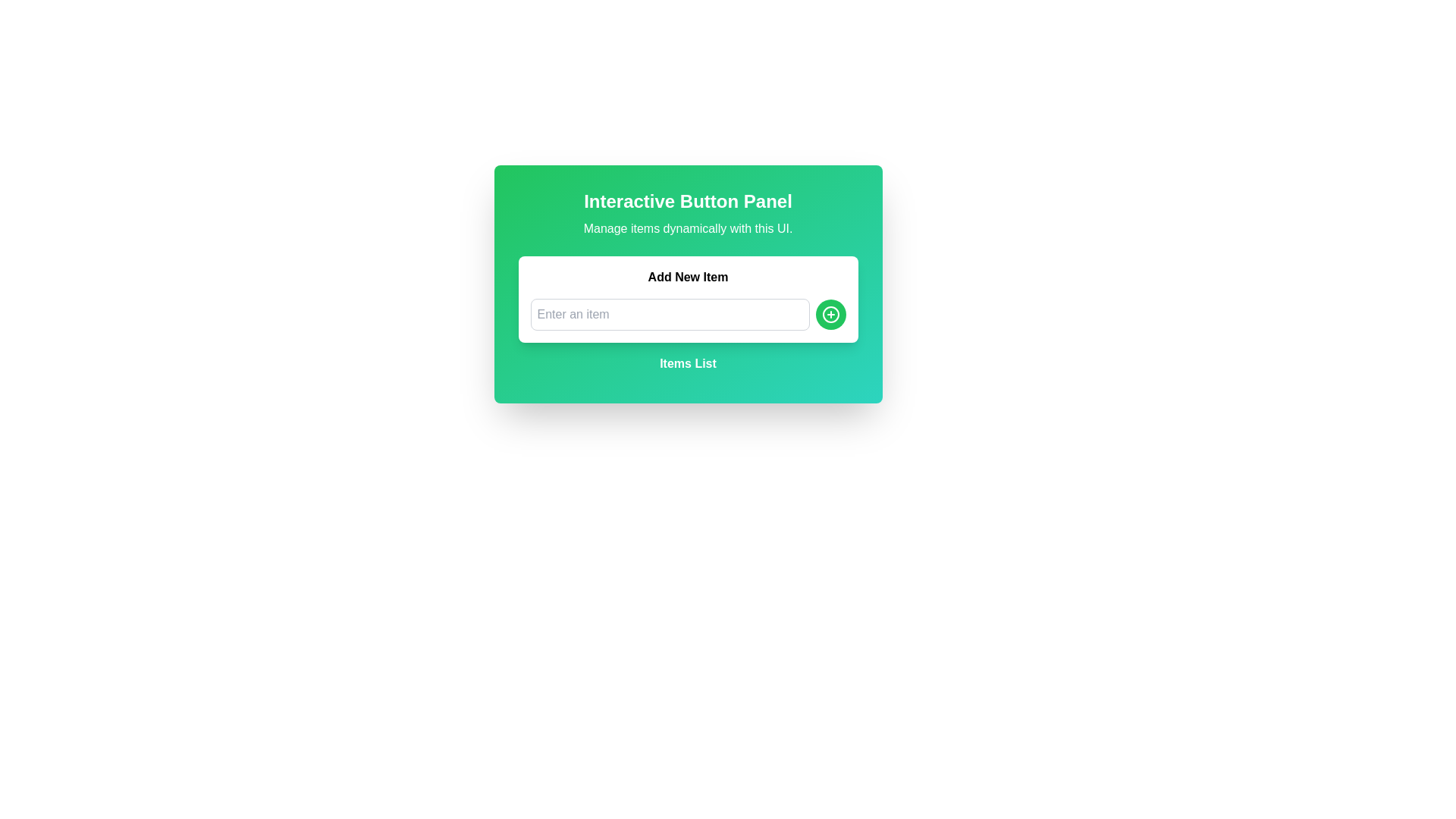 The width and height of the screenshot is (1456, 819). What do you see at coordinates (830, 314) in the screenshot?
I see `the icon within the green circular button located to the right of the input field` at bounding box center [830, 314].